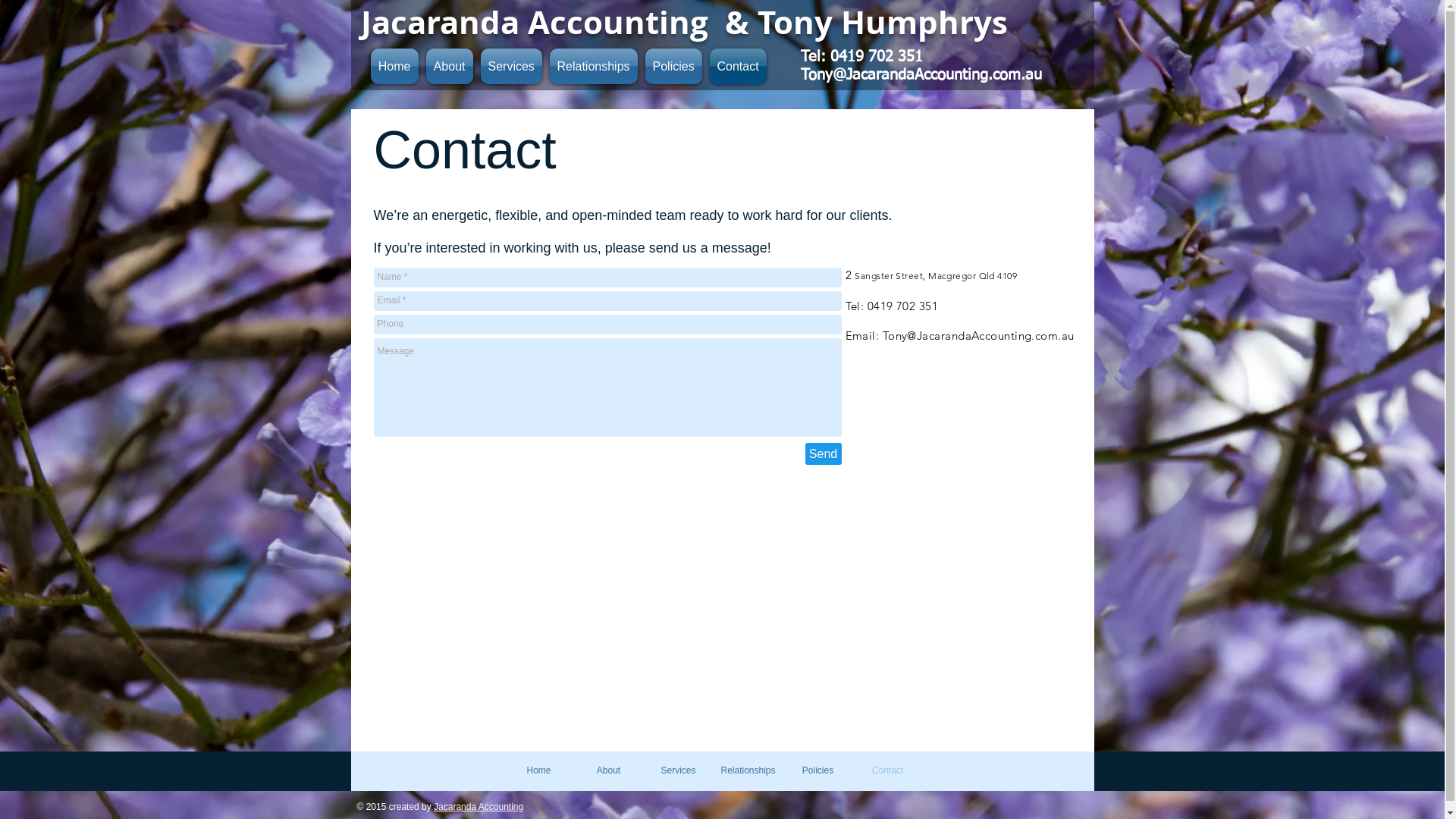 This screenshot has height=819, width=1456. Describe the element at coordinates (367, 65) in the screenshot. I see `'Home'` at that location.